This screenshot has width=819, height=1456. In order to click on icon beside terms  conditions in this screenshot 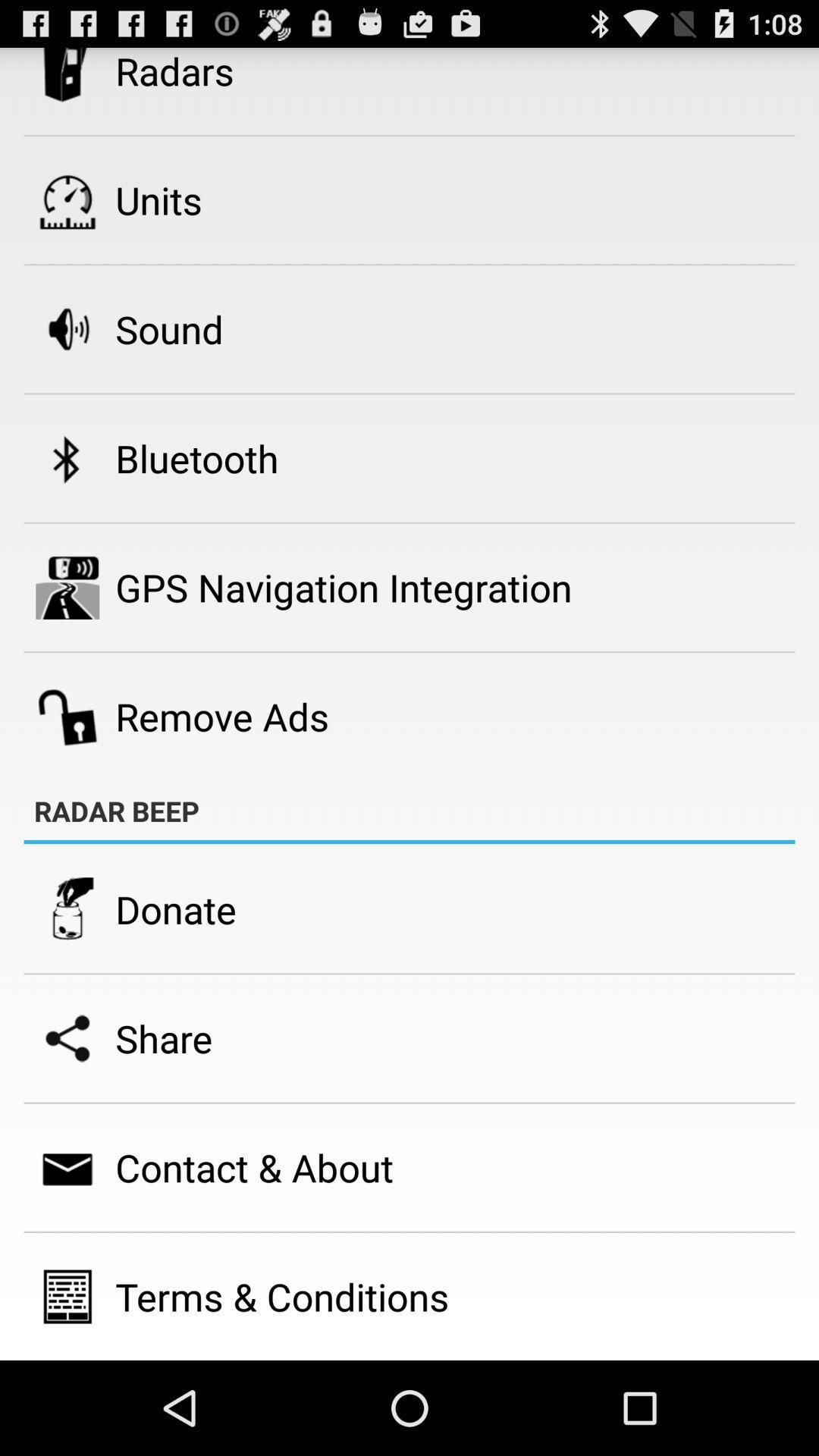, I will do `click(66, 1295)`.